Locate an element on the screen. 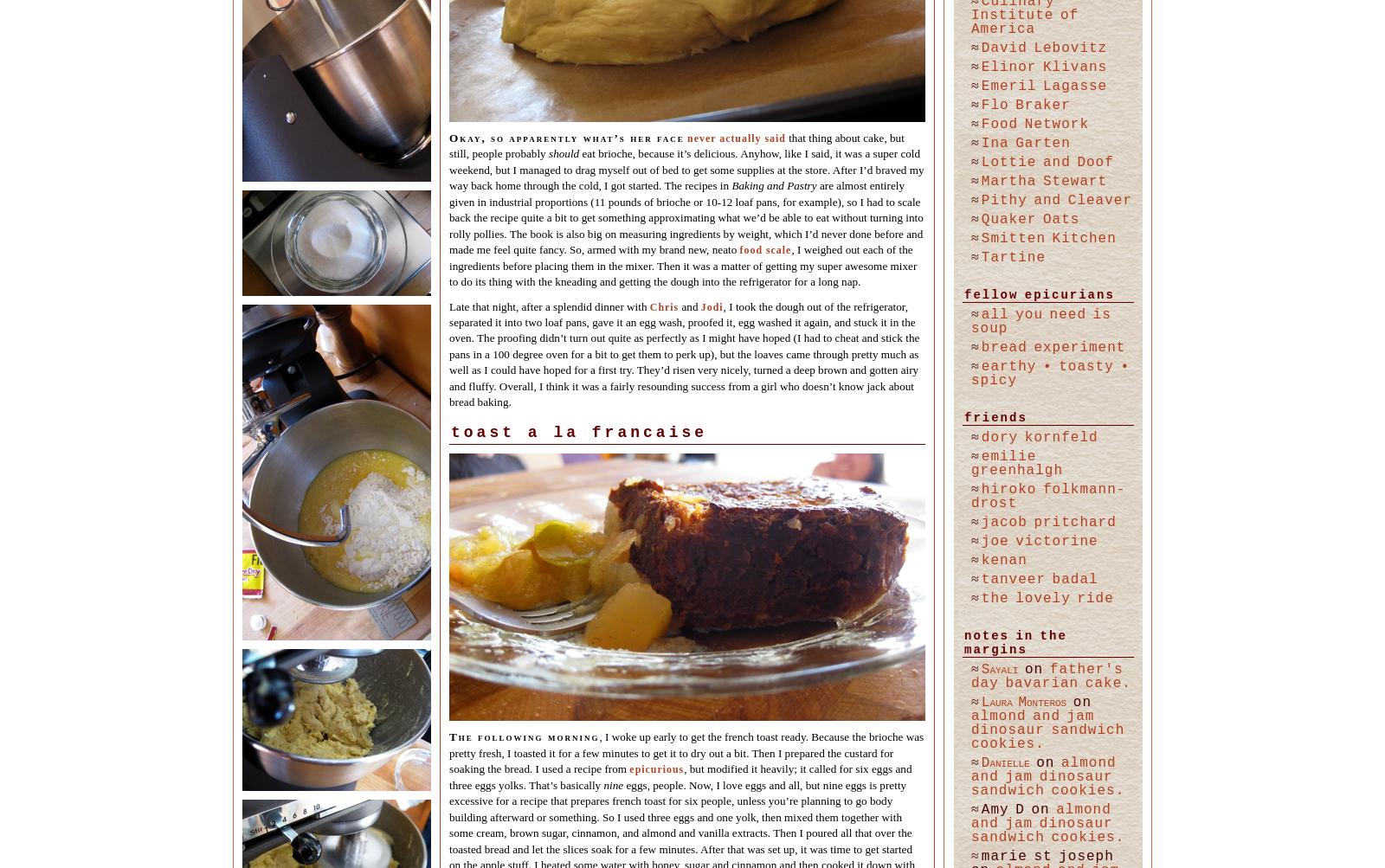 The height and width of the screenshot is (868, 1385). 'David Lebovitz' is located at coordinates (1042, 48).